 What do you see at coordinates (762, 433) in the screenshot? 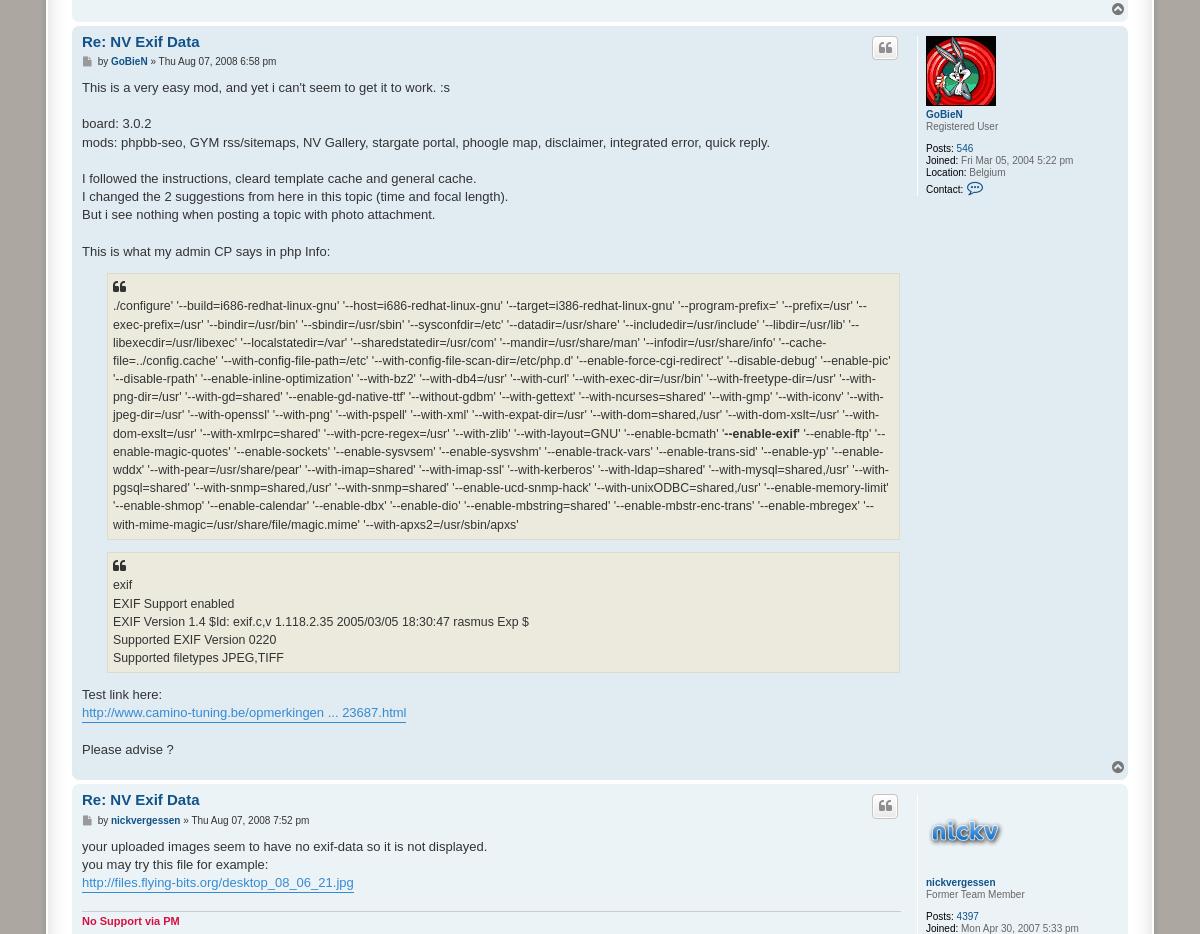
I see `'--enable-exif''` at bounding box center [762, 433].